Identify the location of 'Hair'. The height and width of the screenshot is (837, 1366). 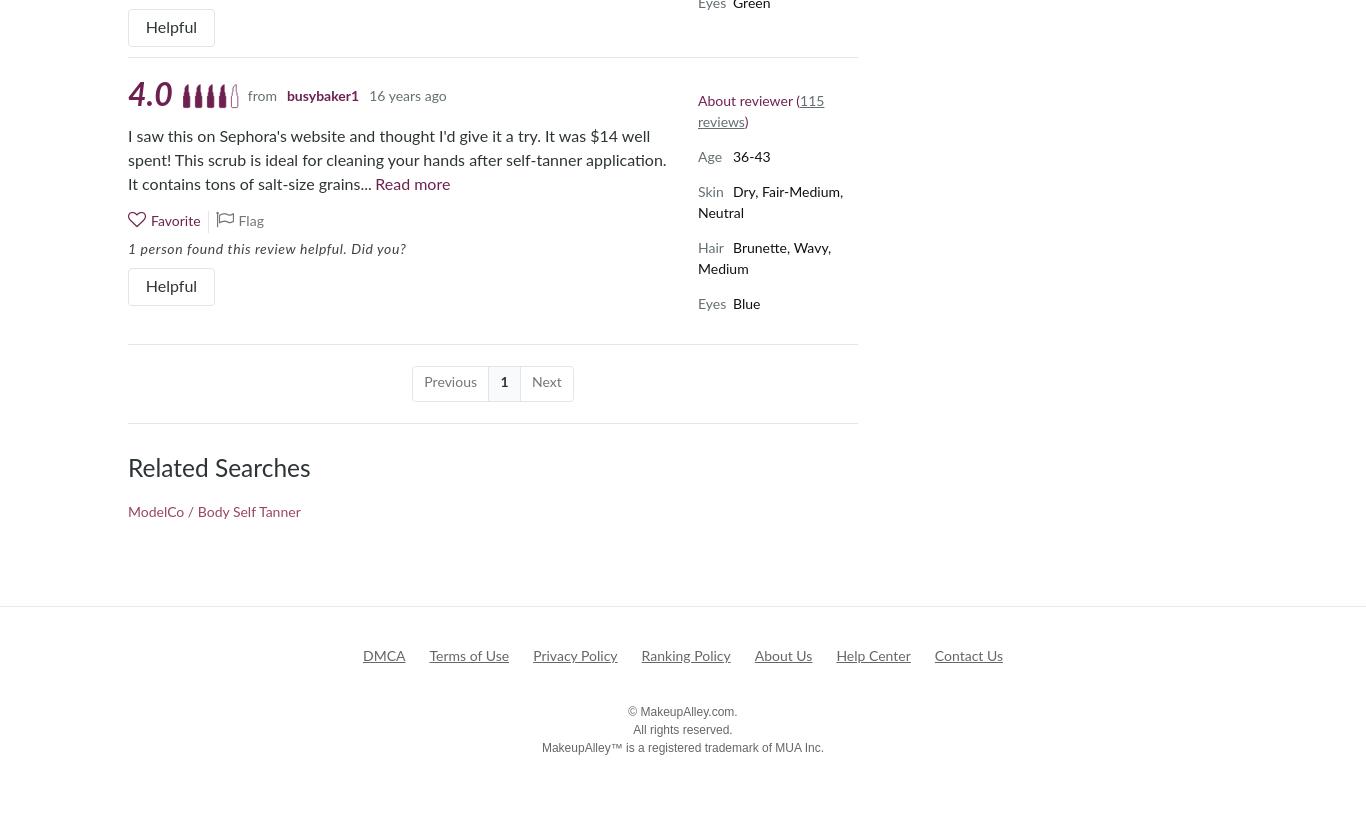
(710, 247).